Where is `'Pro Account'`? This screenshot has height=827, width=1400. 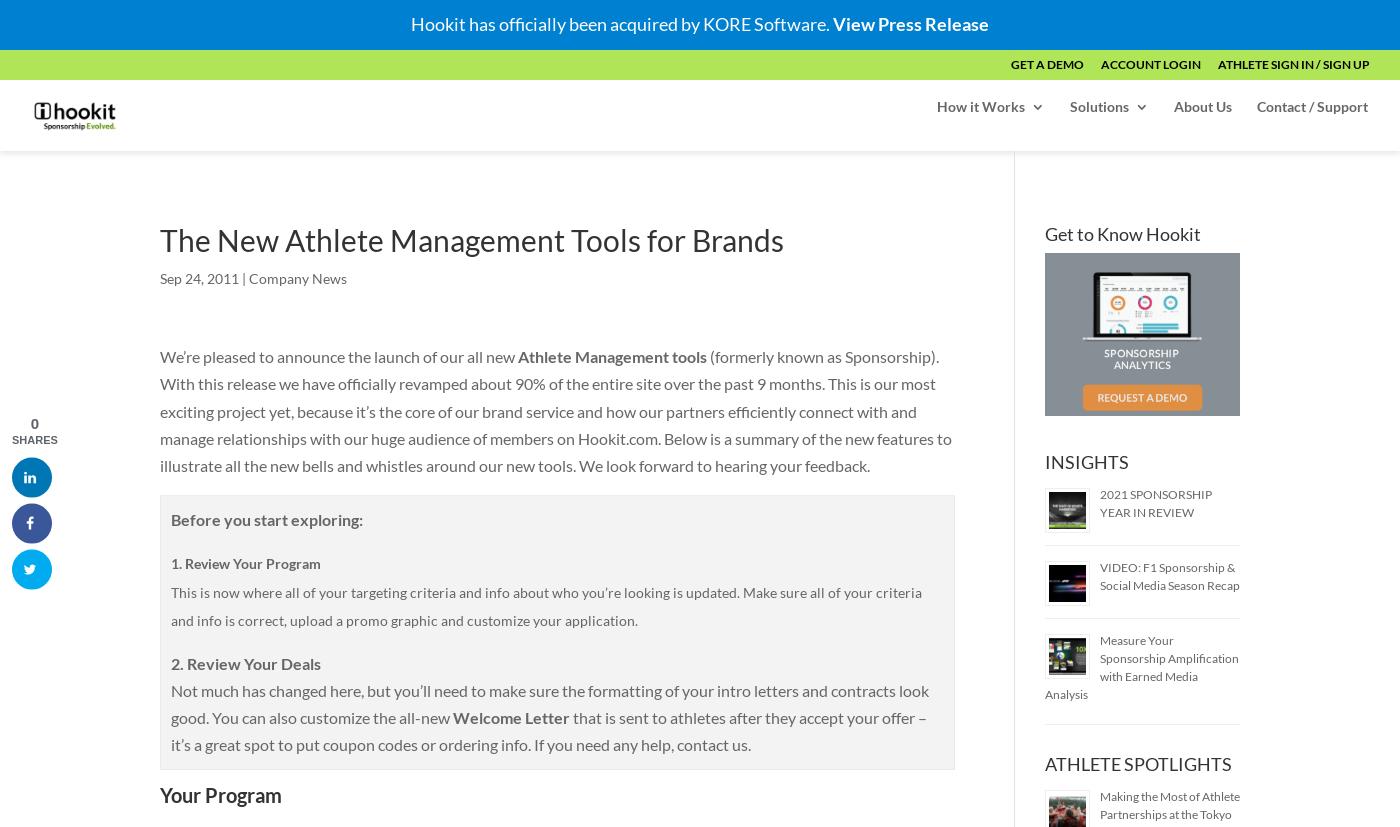 'Pro Account' is located at coordinates (819, 329).